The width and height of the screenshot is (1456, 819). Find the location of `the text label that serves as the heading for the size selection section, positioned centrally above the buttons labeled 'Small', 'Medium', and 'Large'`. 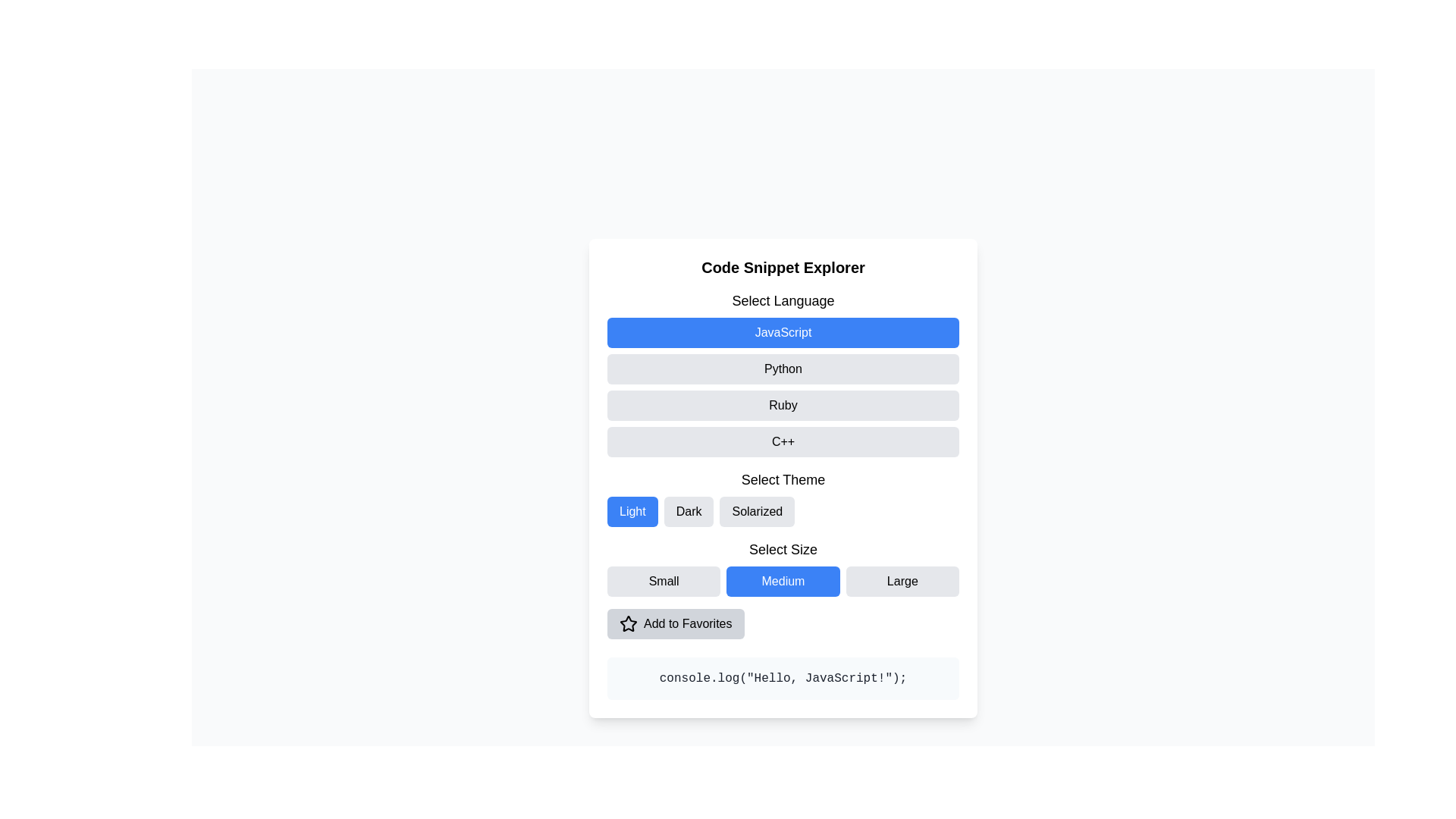

the text label that serves as the heading for the size selection section, positioned centrally above the buttons labeled 'Small', 'Medium', and 'Large' is located at coordinates (783, 550).